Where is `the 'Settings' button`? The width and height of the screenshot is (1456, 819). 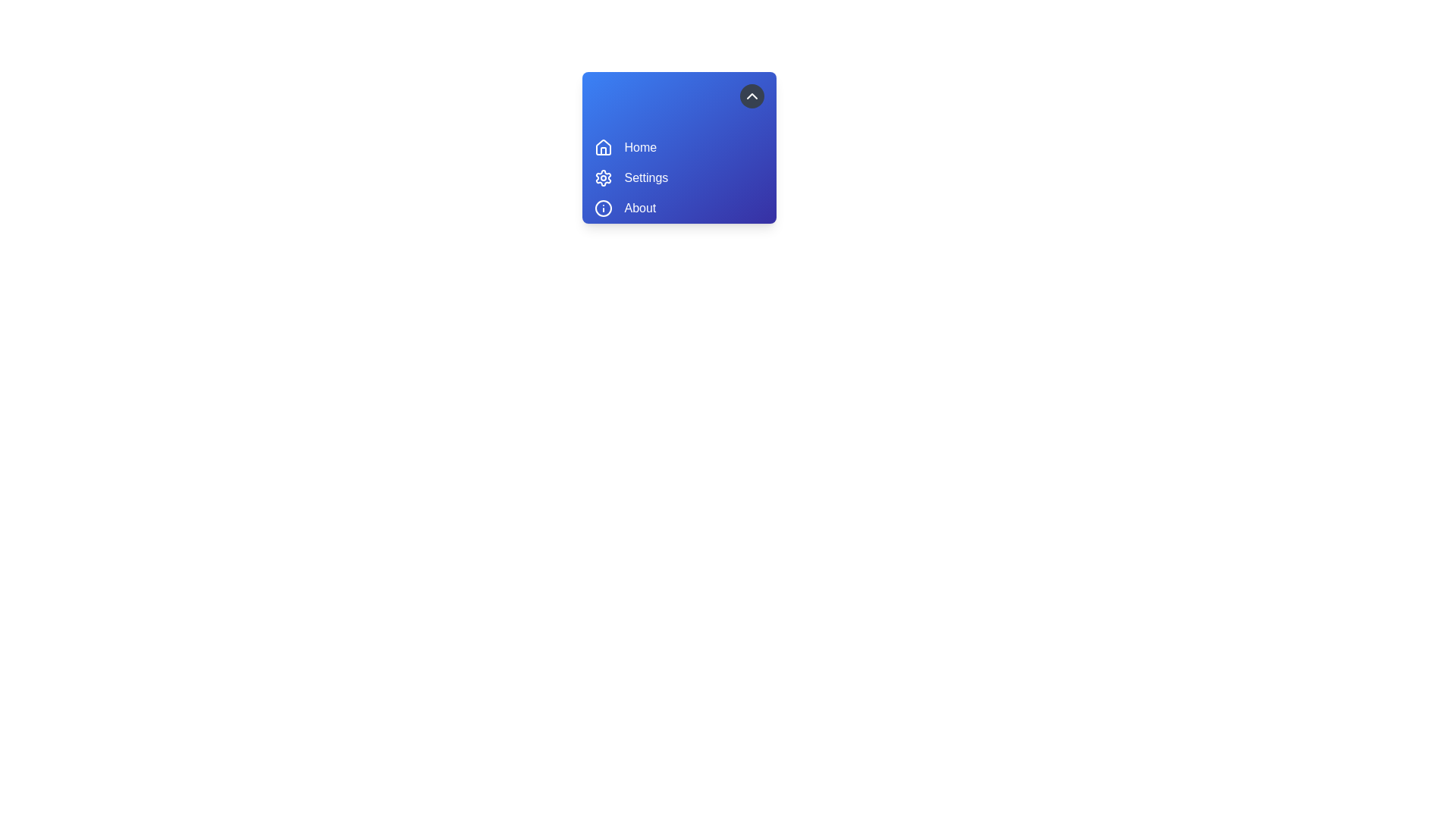
the 'Settings' button is located at coordinates (678, 177).